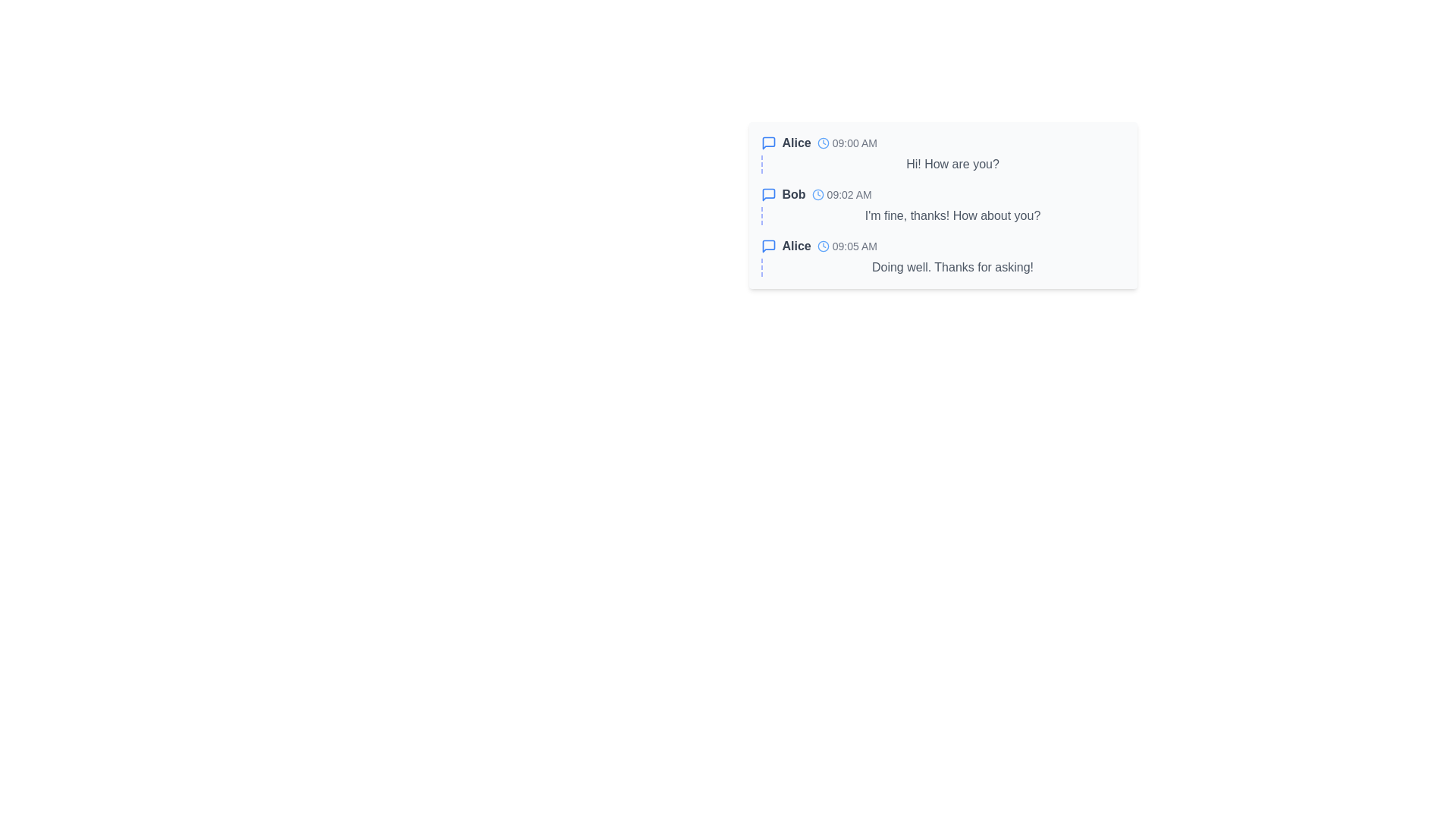 The image size is (1456, 819). I want to click on the third chat message entry from the vertically stacked list, which includes the sender's name, time, and message content, to interact with it, so click(942, 256).